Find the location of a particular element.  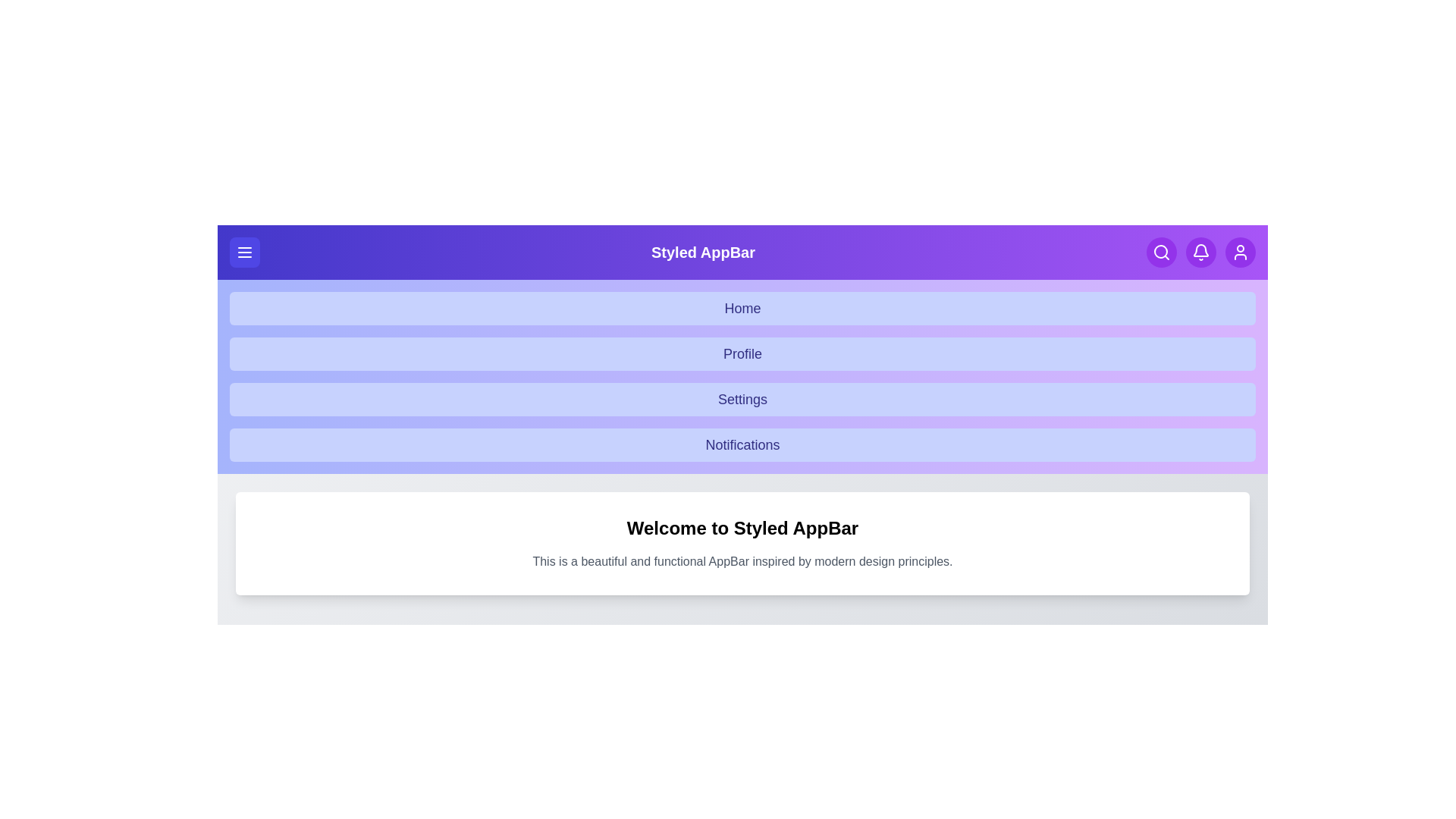

menu toggle button to toggle the menu visibility is located at coordinates (244, 251).